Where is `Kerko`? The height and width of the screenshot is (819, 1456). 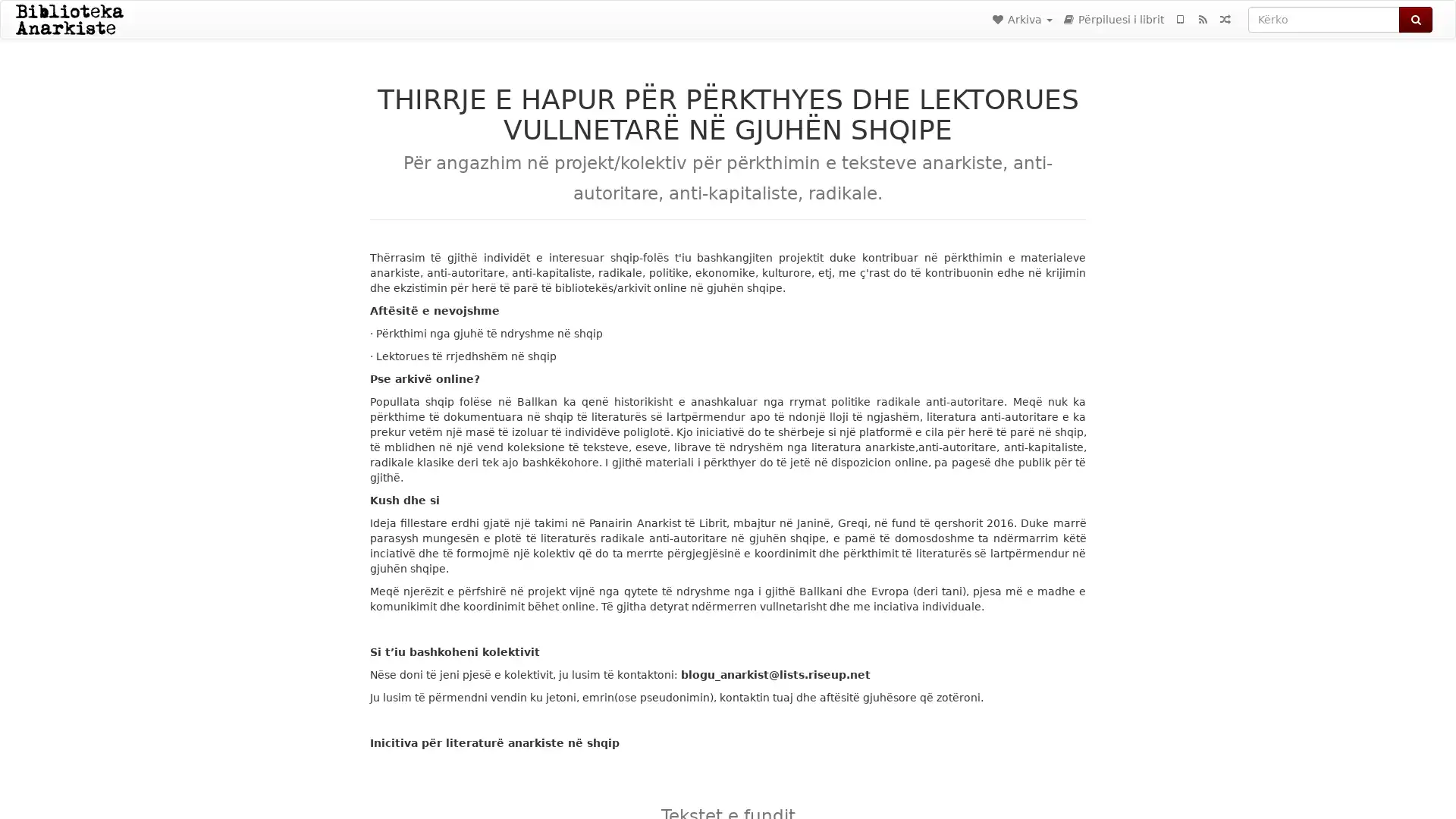 Kerko is located at coordinates (1415, 20).